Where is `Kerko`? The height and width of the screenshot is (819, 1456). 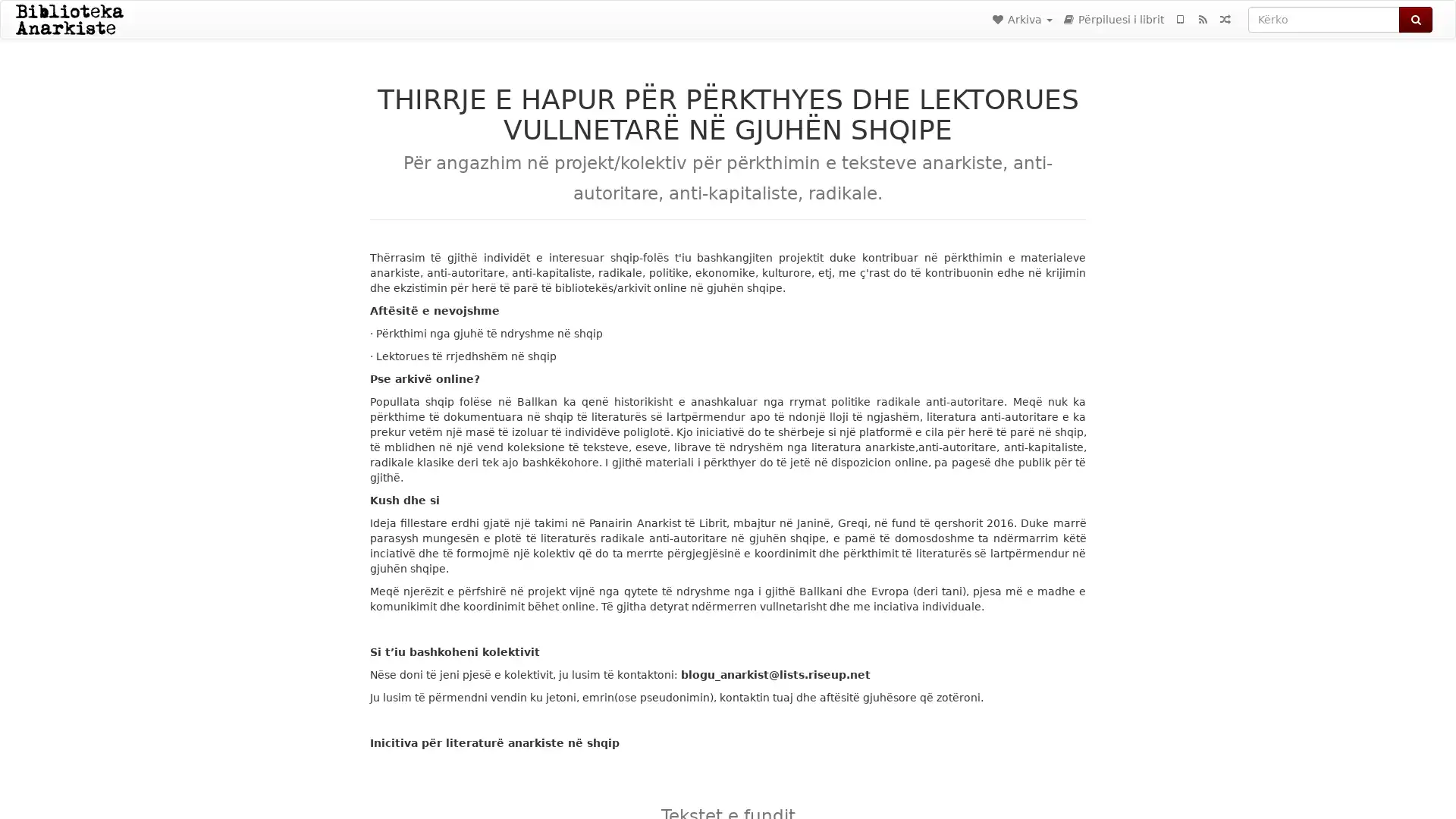 Kerko is located at coordinates (1415, 20).